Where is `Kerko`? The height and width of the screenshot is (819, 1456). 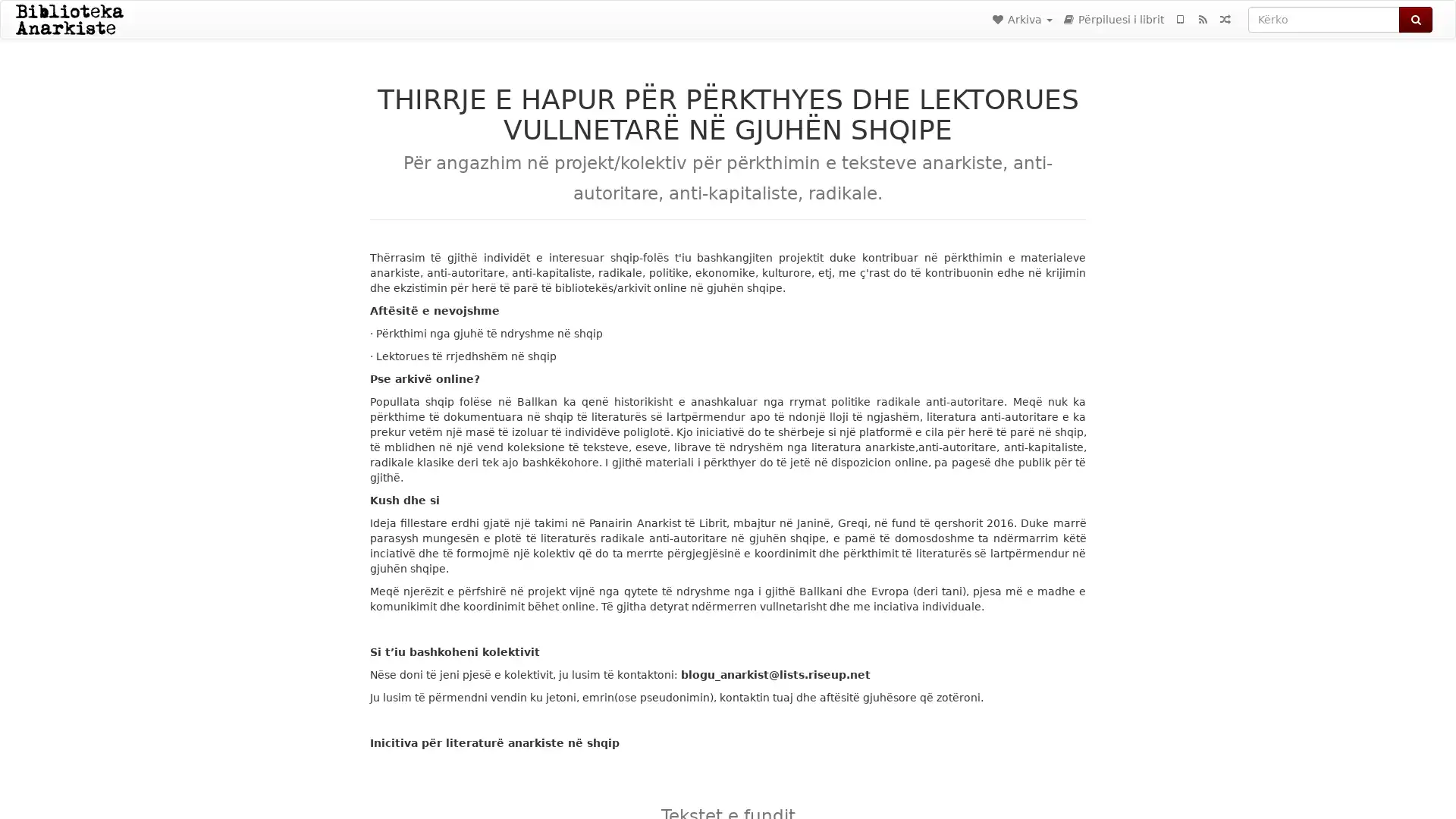 Kerko is located at coordinates (1415, 20).